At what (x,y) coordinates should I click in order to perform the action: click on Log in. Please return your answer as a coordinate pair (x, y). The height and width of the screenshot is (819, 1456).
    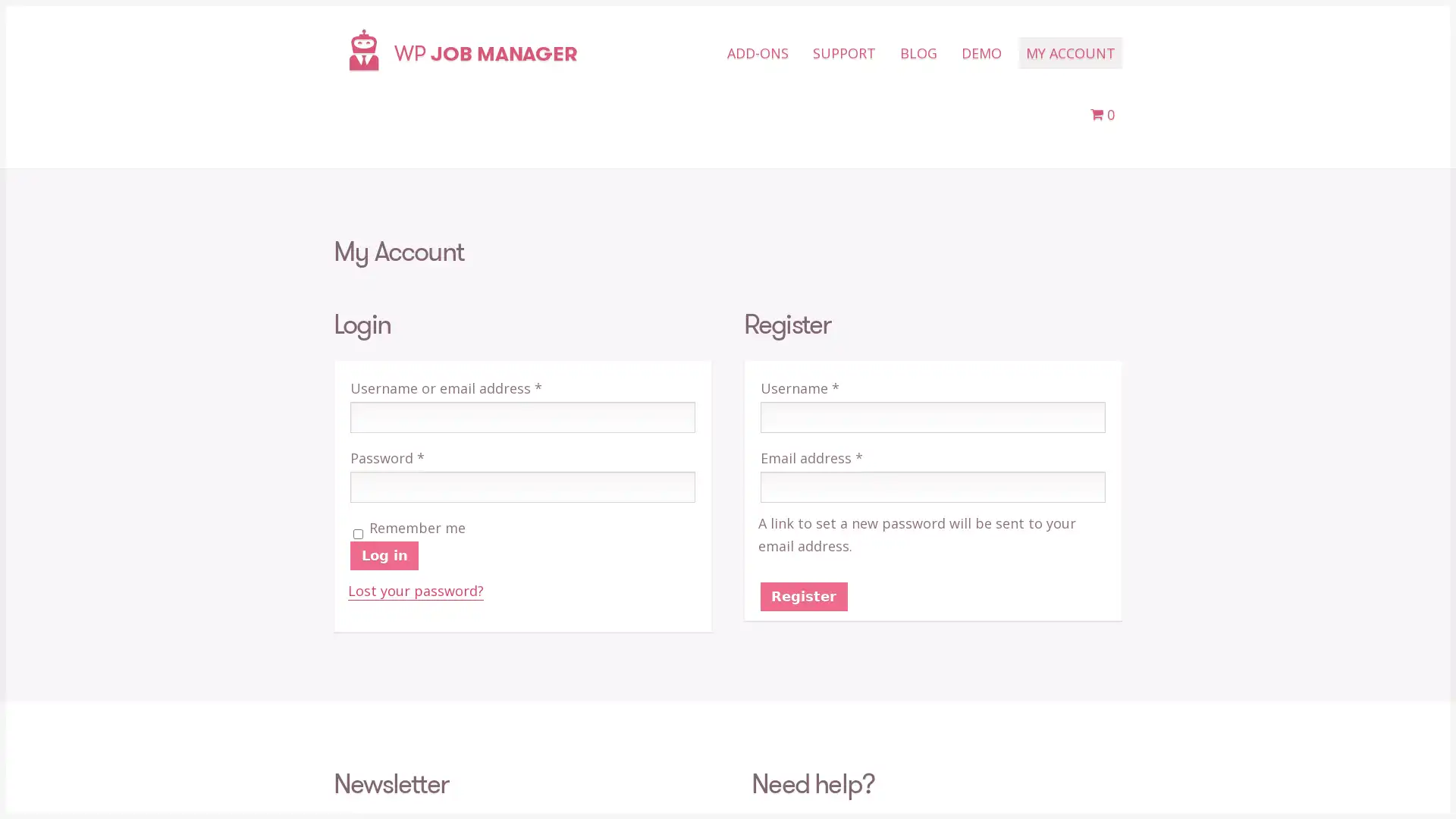
    Looking at the image, I should click on (384, 555).